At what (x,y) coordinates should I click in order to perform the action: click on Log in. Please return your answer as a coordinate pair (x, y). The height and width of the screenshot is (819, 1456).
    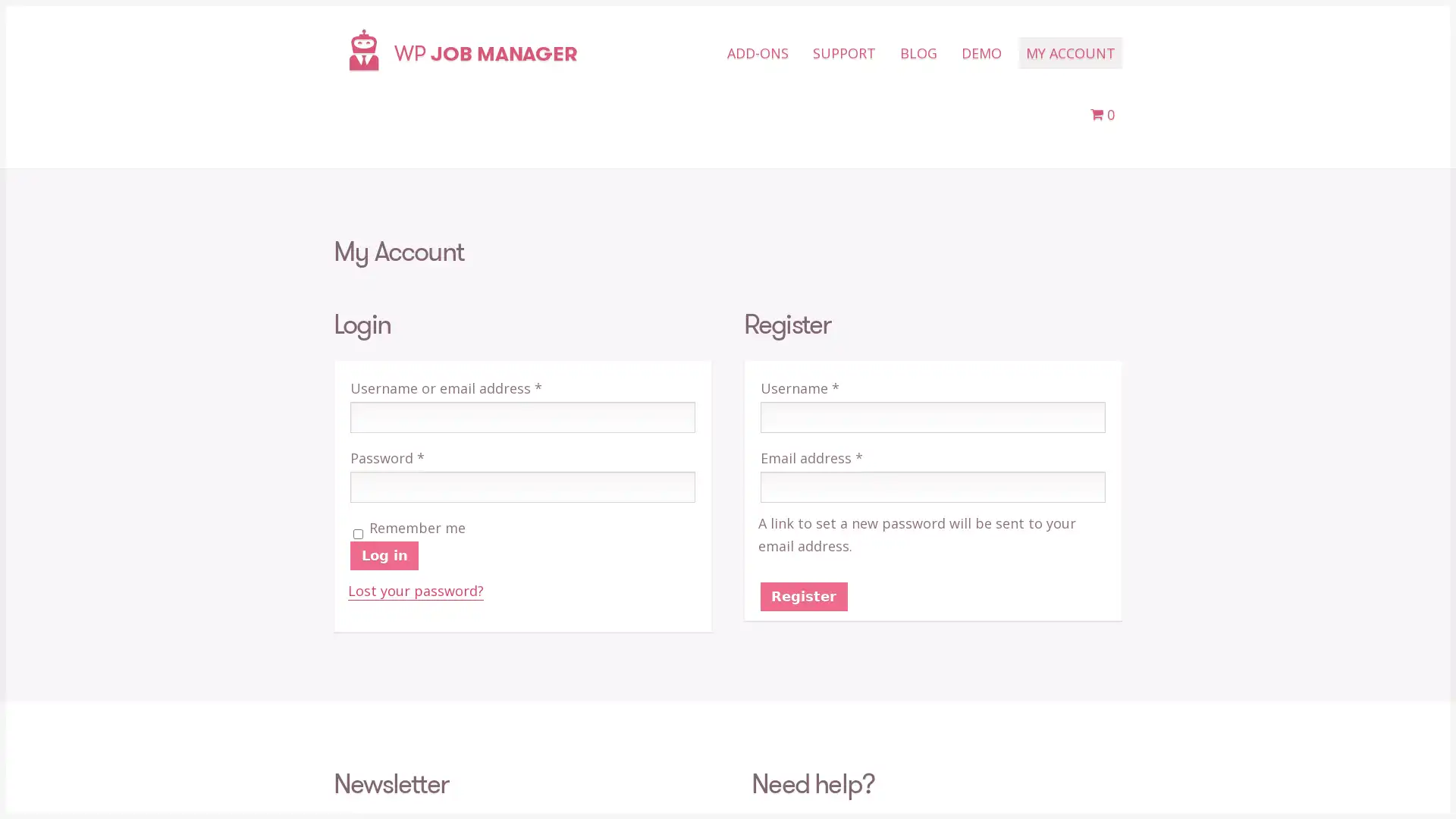
    Looking at the image, I should click on (384, 555).